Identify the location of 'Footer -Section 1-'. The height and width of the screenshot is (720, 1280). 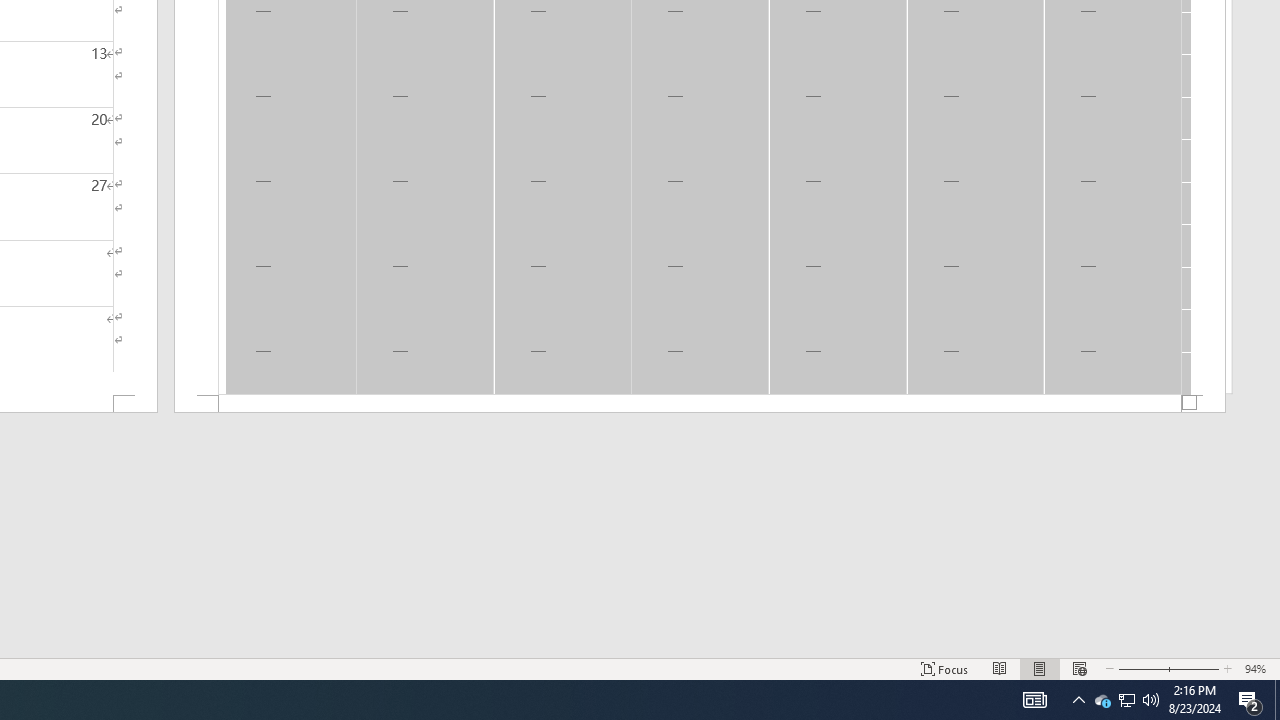
(700, 404).